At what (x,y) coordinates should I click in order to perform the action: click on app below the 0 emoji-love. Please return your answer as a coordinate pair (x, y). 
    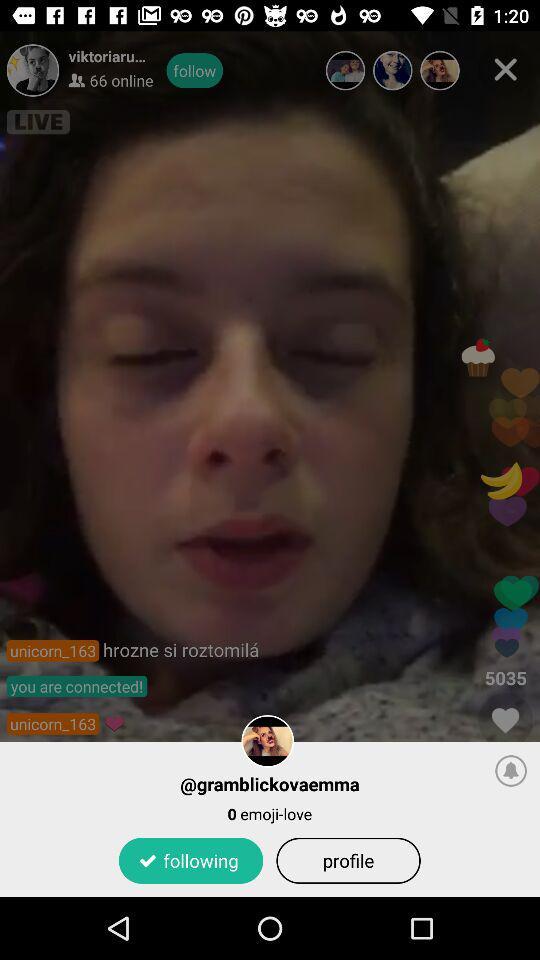
    Looking at the image, I should click on (347, 859).